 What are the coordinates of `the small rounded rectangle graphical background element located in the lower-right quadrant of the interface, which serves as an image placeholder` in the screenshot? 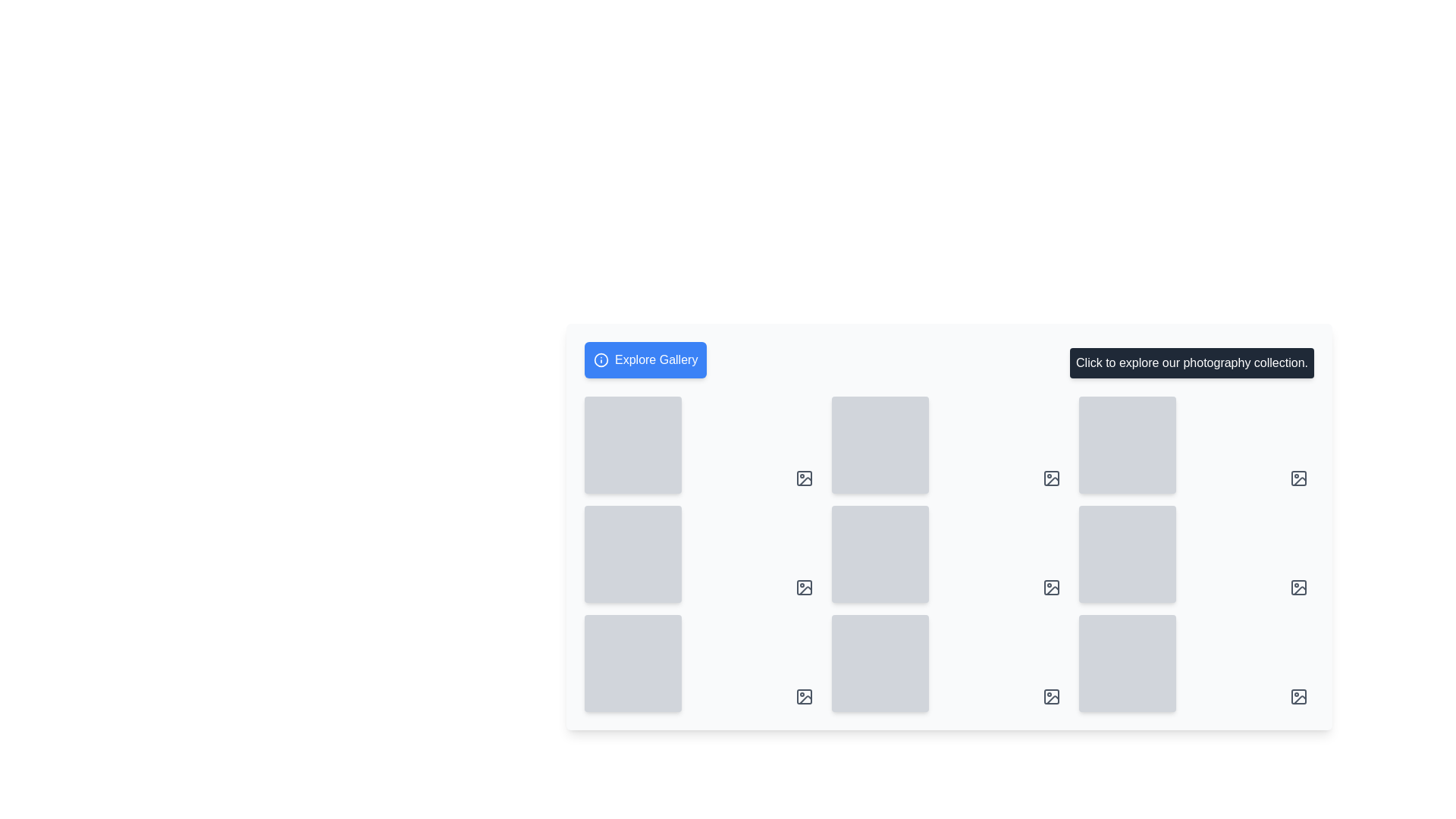 It's located at (1298, 587).